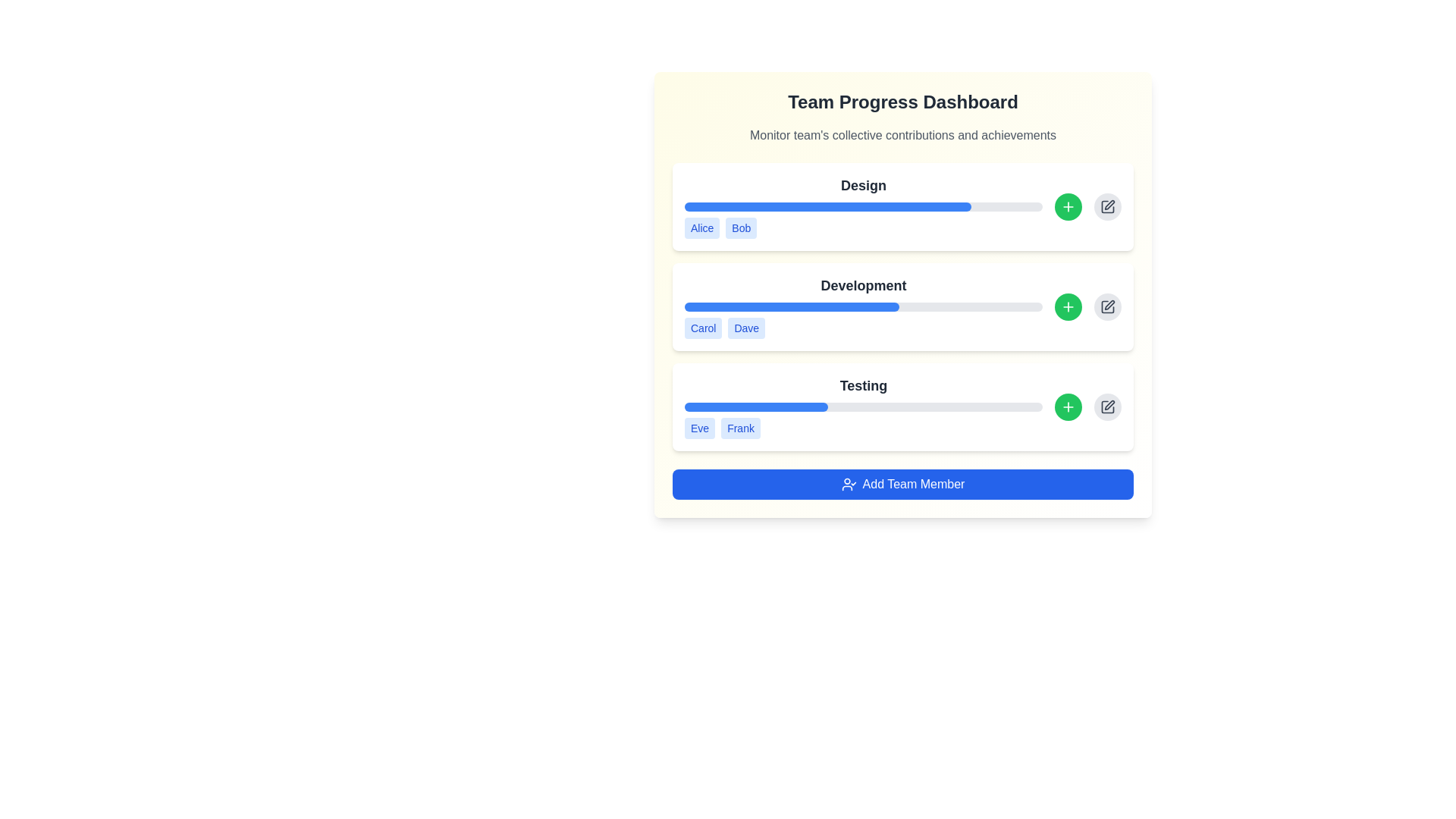 The width and height of the screenshot is (1456, 819). Describe the element at coordinates (1107, 207) in the screenshot. I see `the circular button with a light gray background and a pen icon in the center, located at the right edge of the 'Design' category block` at that location.